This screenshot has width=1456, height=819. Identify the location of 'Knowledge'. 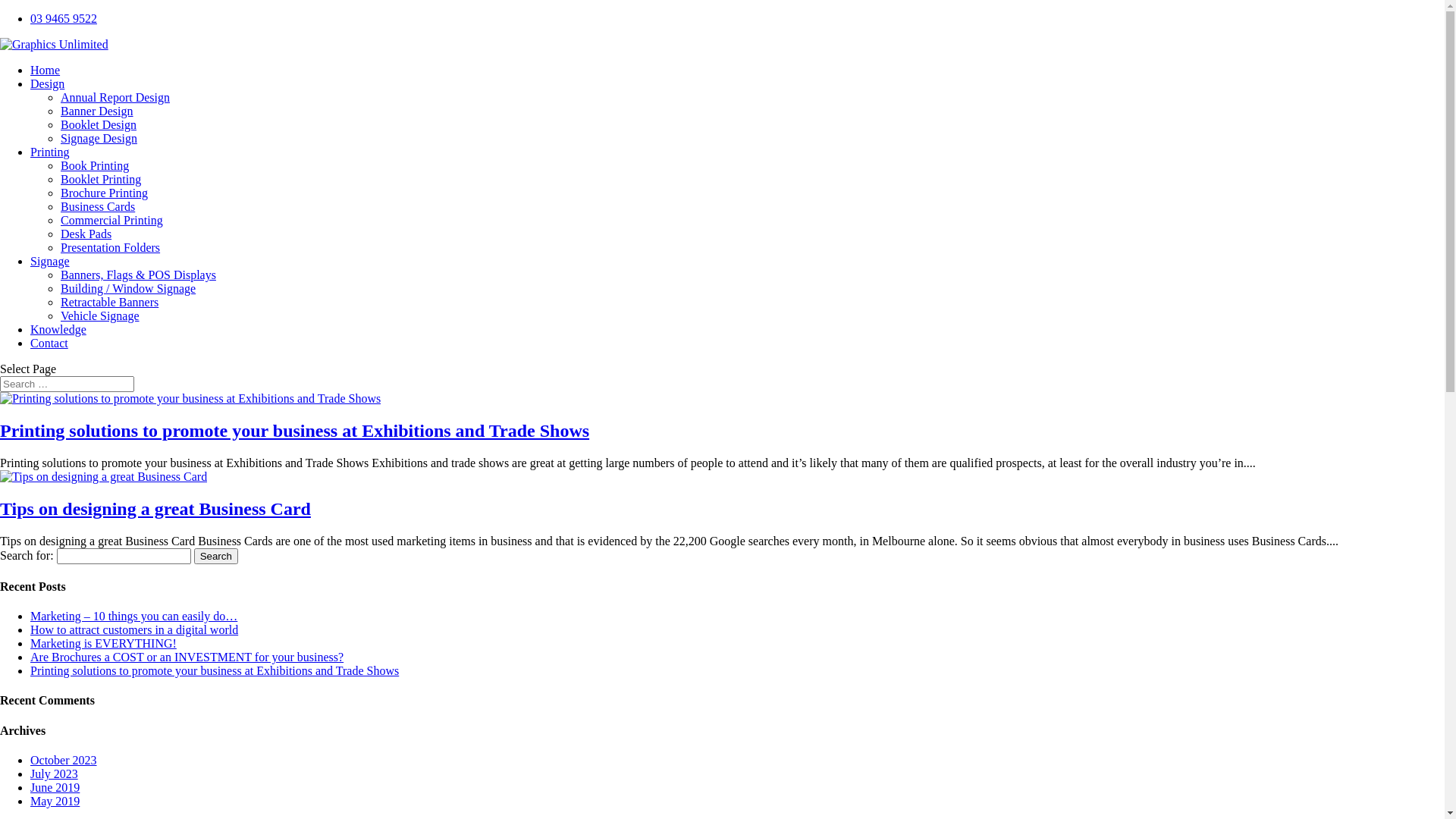
(58, 328).